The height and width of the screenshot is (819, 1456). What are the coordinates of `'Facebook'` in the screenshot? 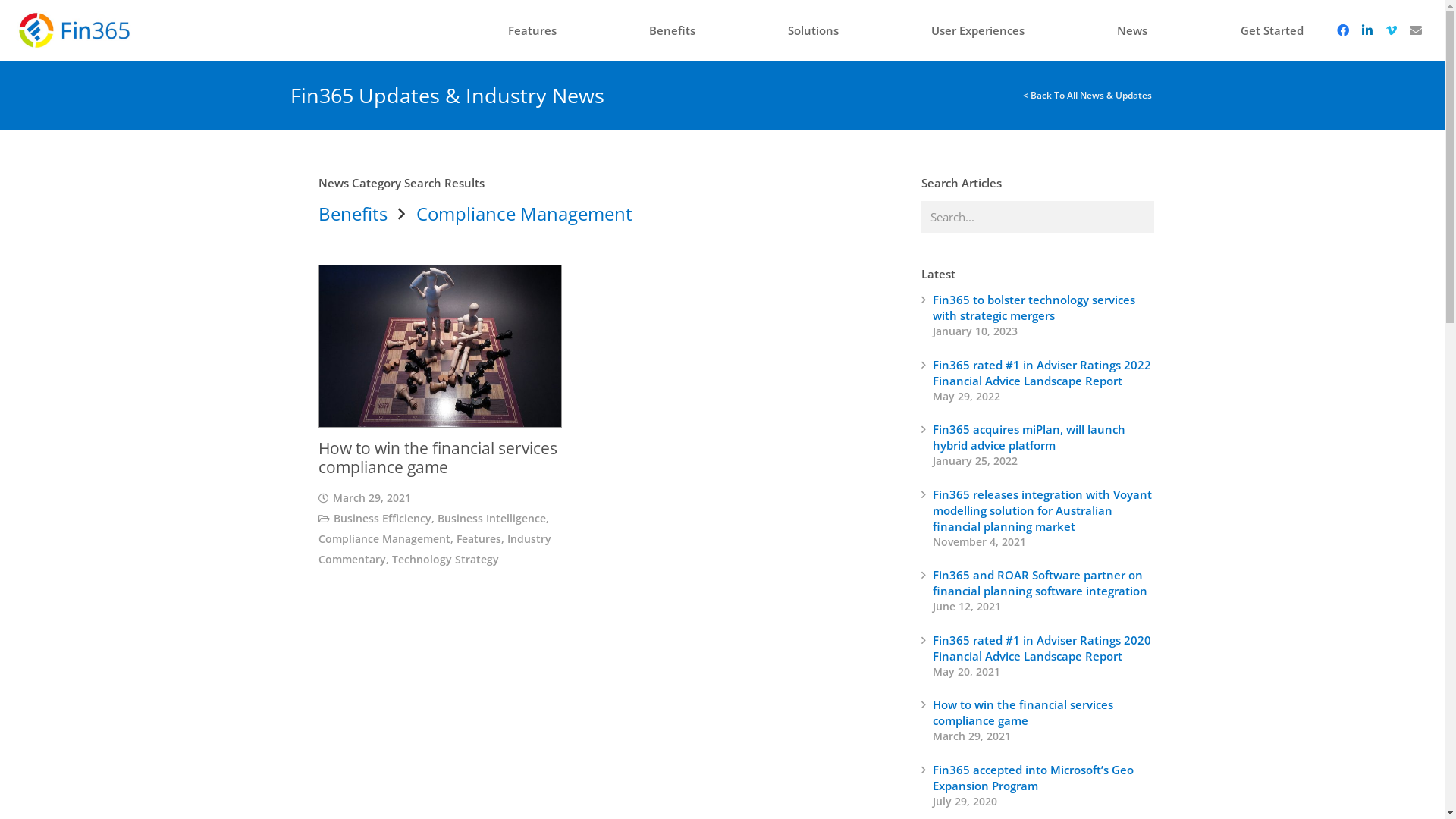 It's located at (1342, 30).